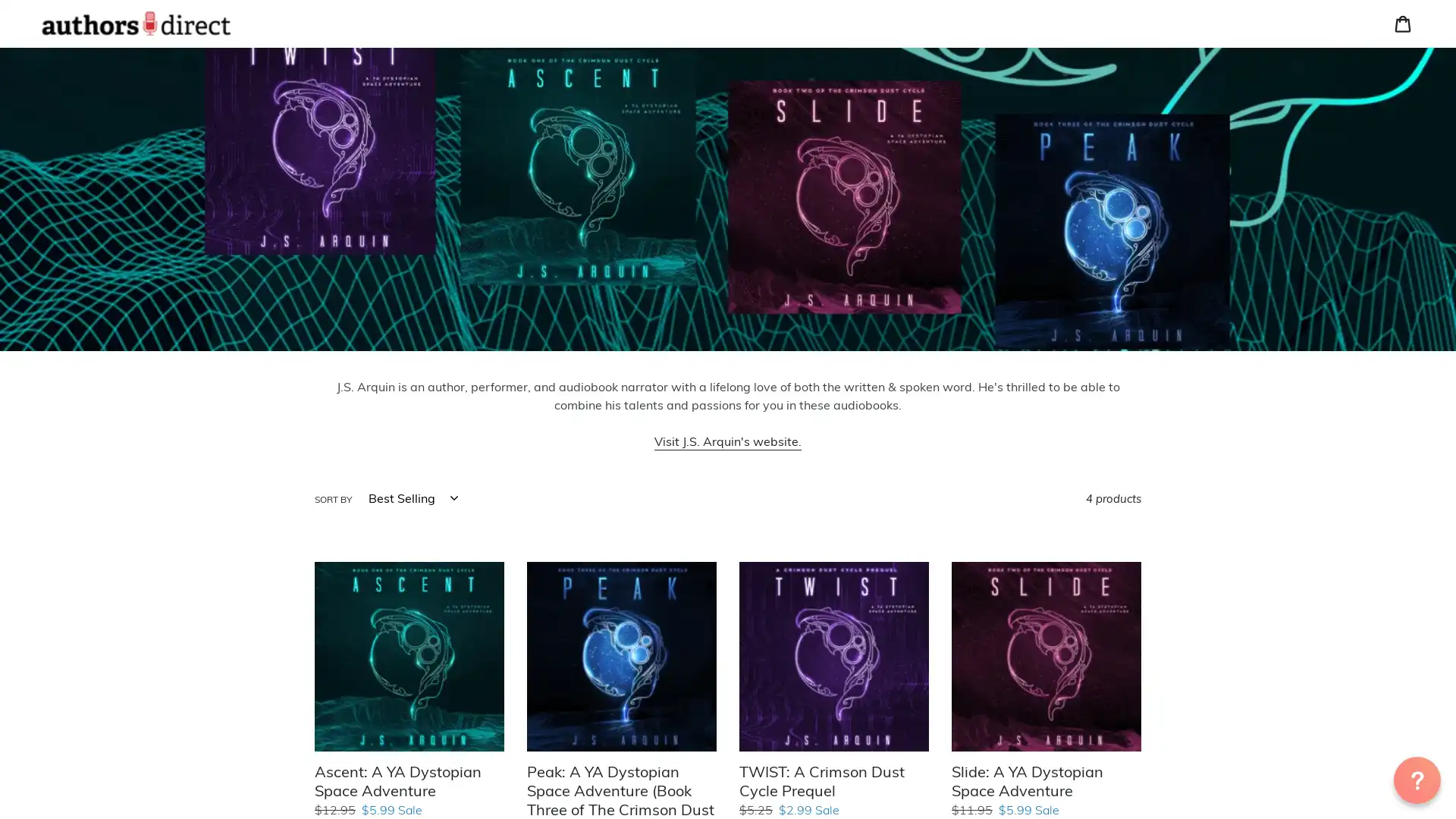  What do you see at coordinates (1240, 121) in the screenshot?
I see `Preferences` at bounding box center [1240, 121].